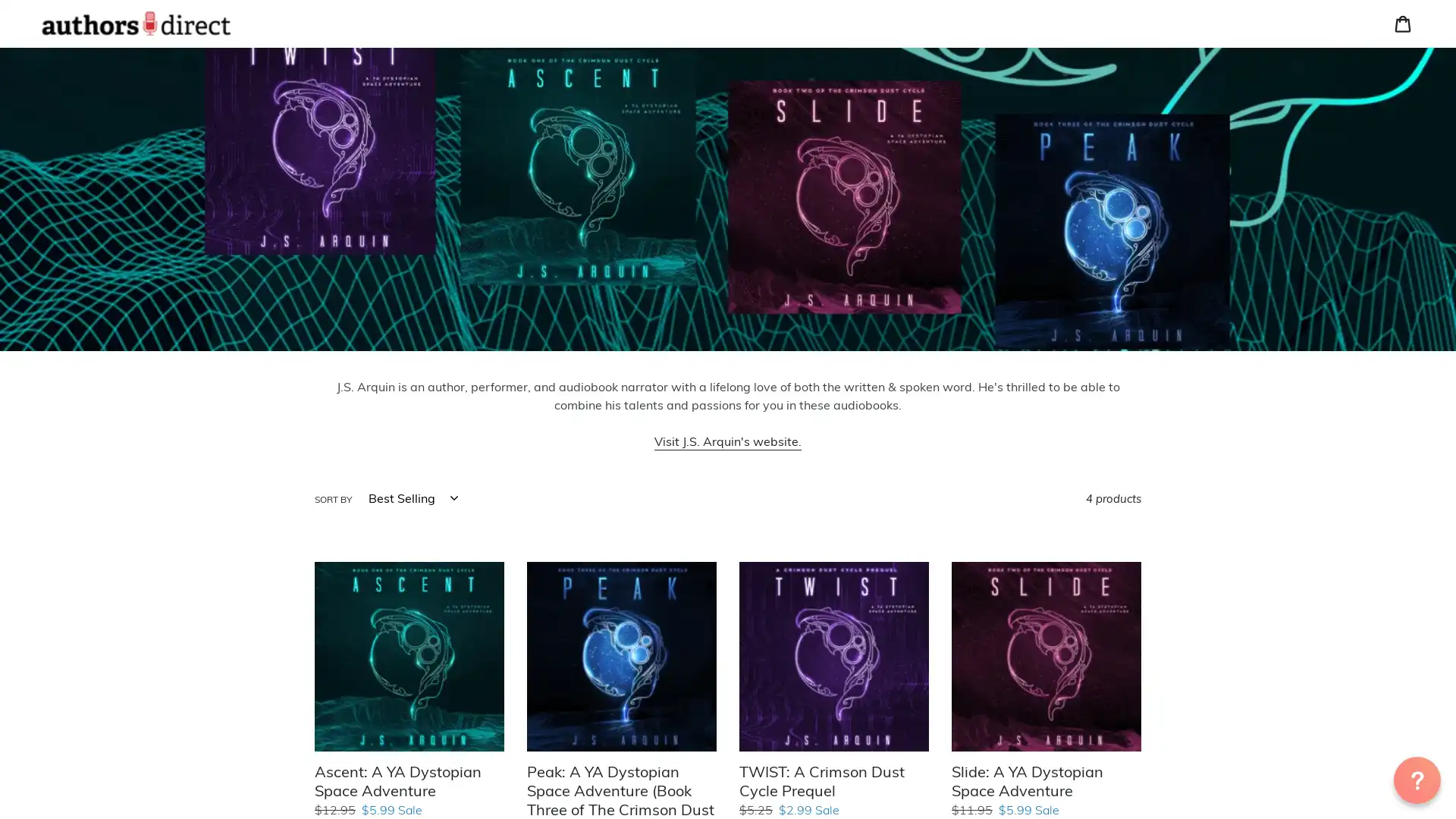  What do you see at coordinates (1240, 121) in the screenshot?
I see `Preferences` at bounding box center [1240, 121].